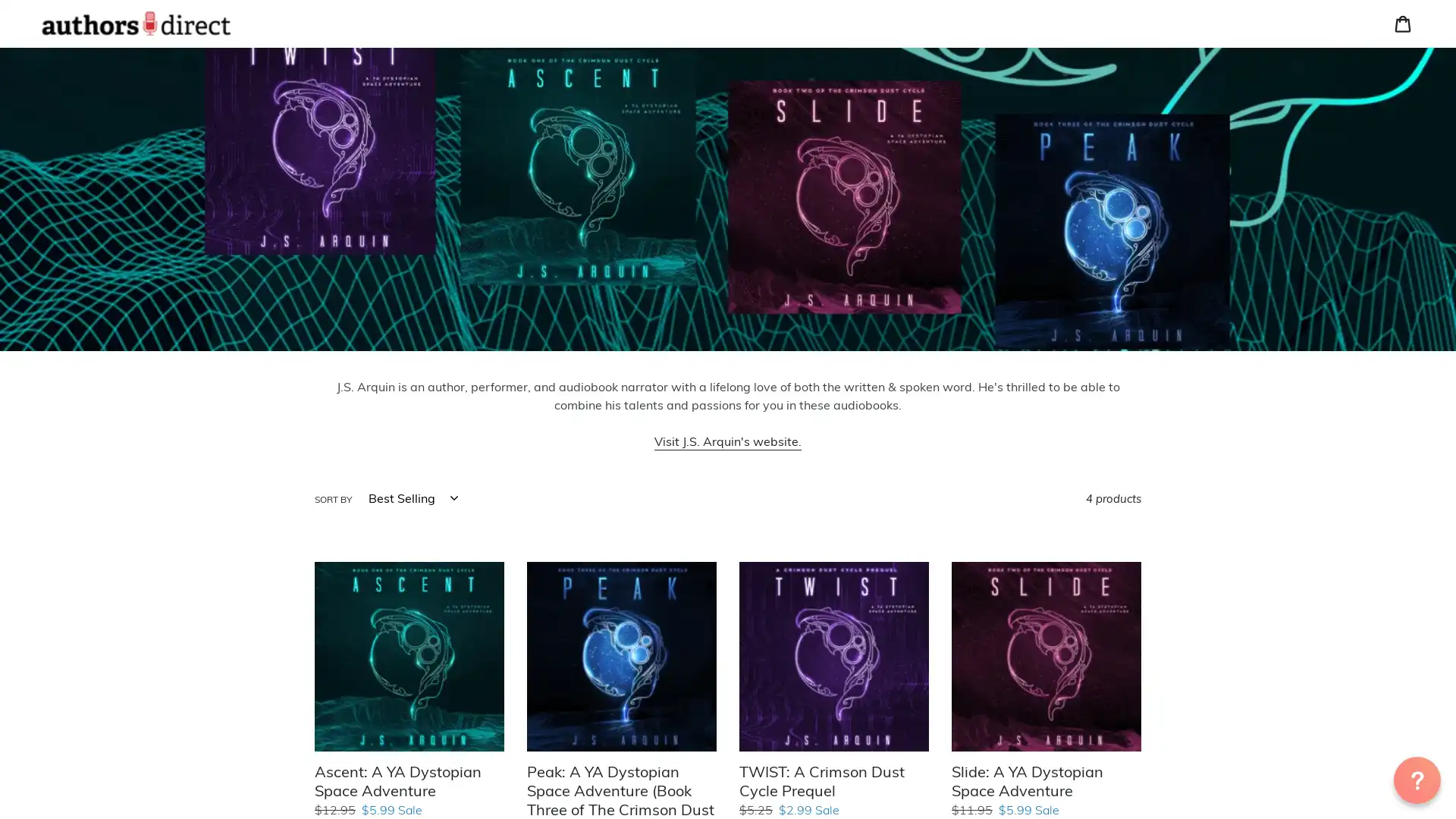  What do you see at coordinates (1240, 121) in the screenshot?
I see `Preferences` at bounding box center [1240, 121].